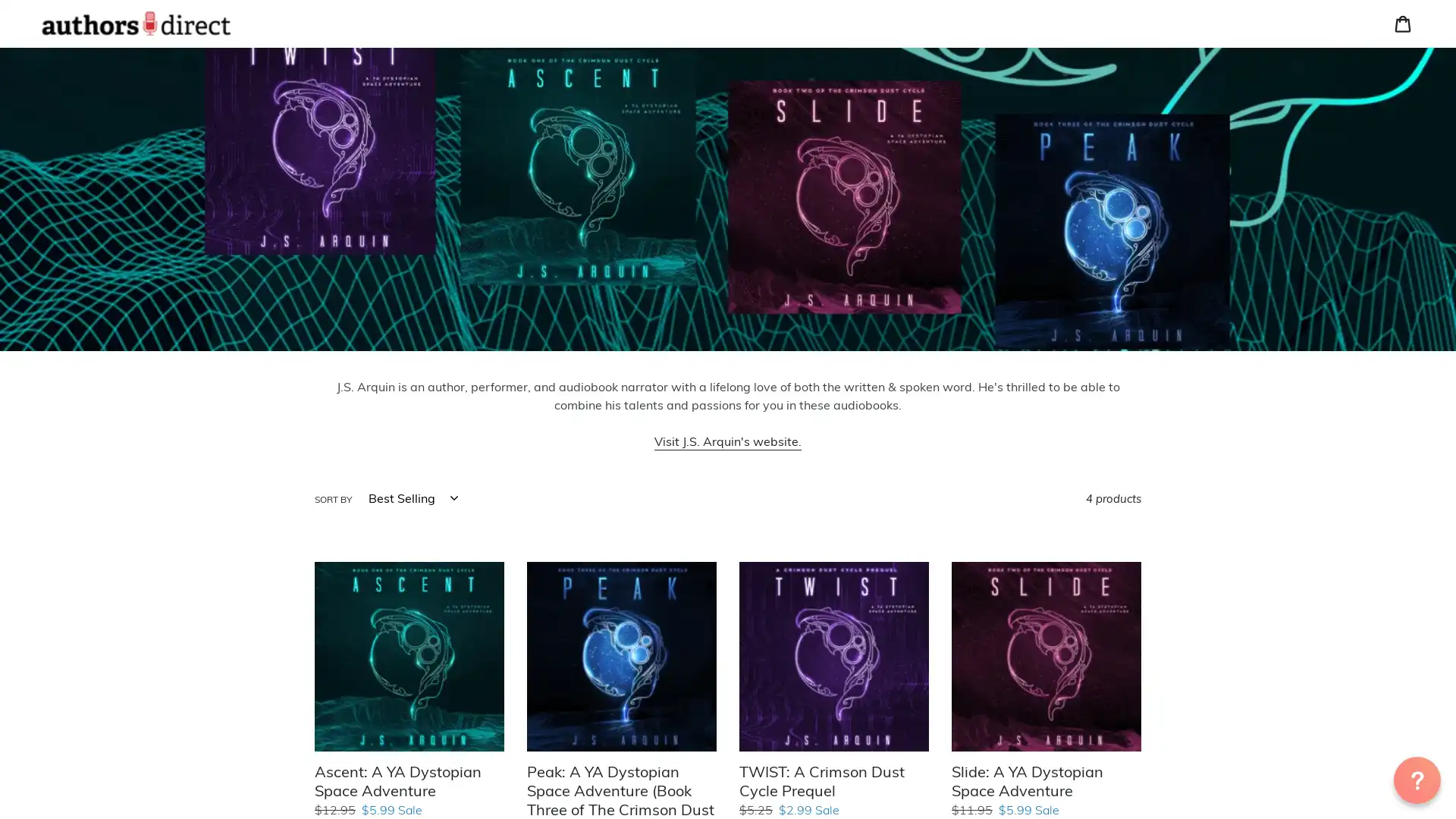  What do you see at coordinates (1240, 121) in the screenshot?
I see `Preferences` at bounding box center [1240, 121].